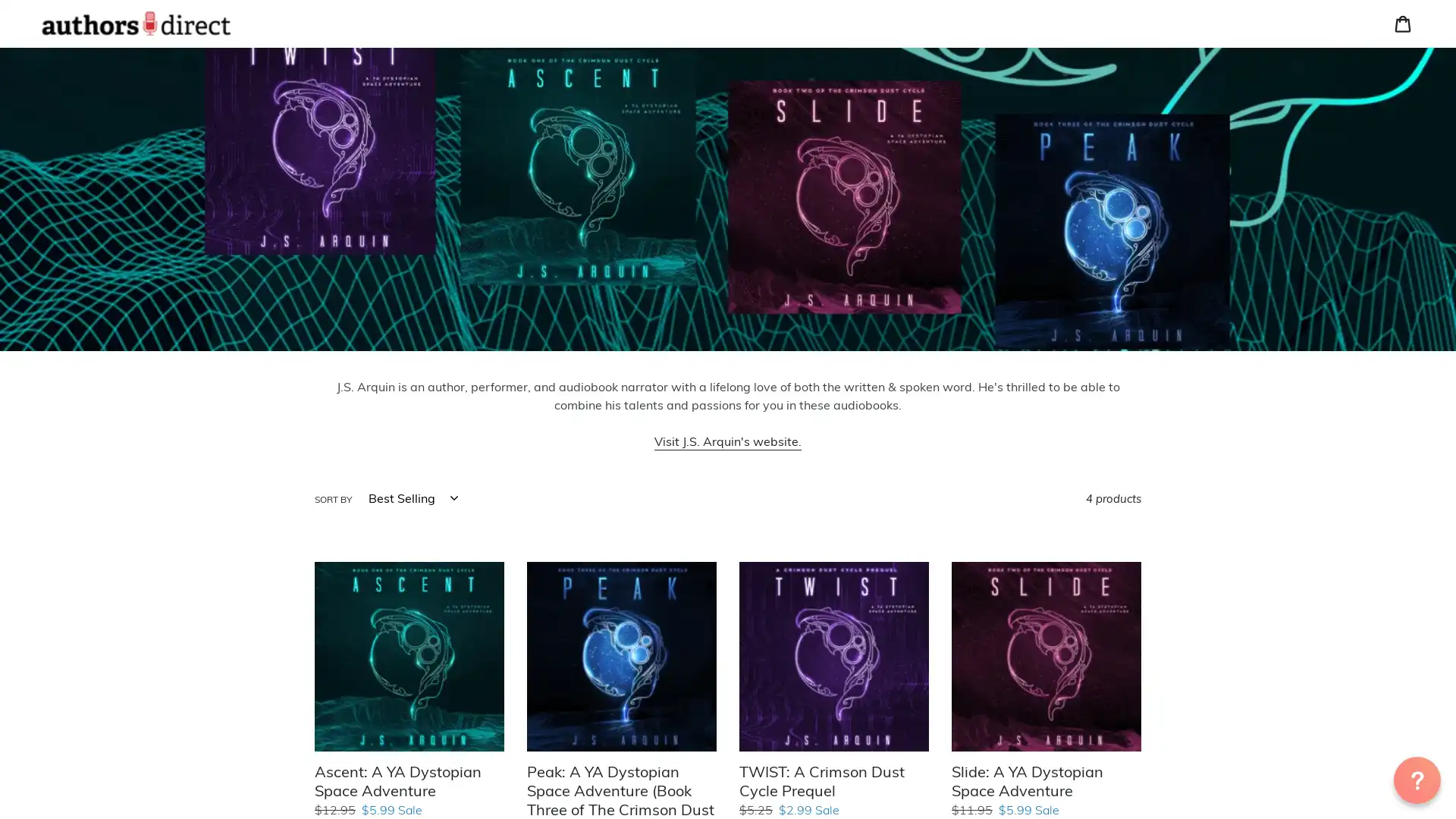  What do you see at coordinates (1240, 121) in the screenshot?
I see `Preferences` at bounding box center [1240, 121].